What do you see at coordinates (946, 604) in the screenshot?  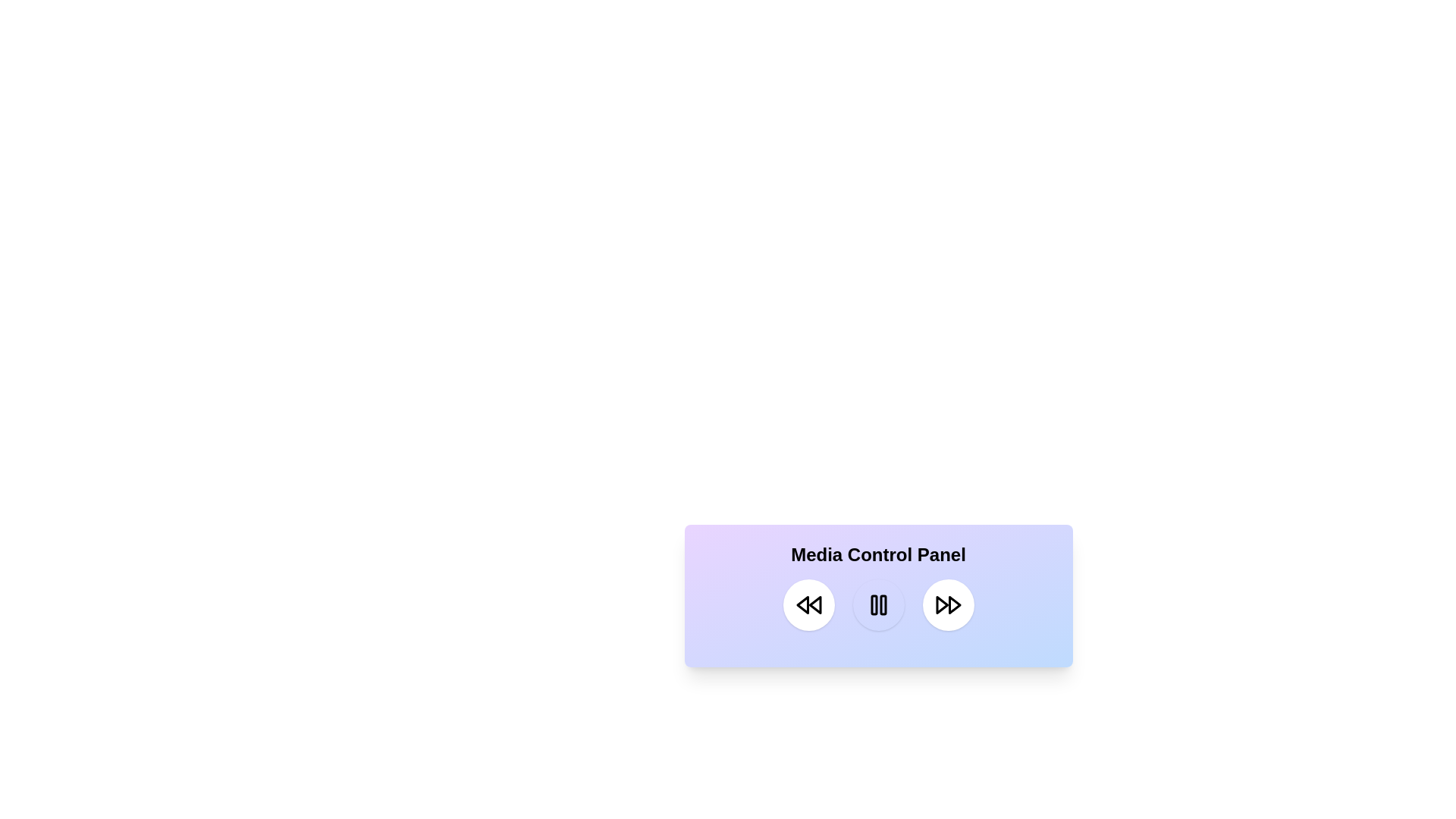 I see `the fast-forward icon, which is the rightmost button in a group of three buttons at the bottom right of the interface` at bounding box center [946, 604].